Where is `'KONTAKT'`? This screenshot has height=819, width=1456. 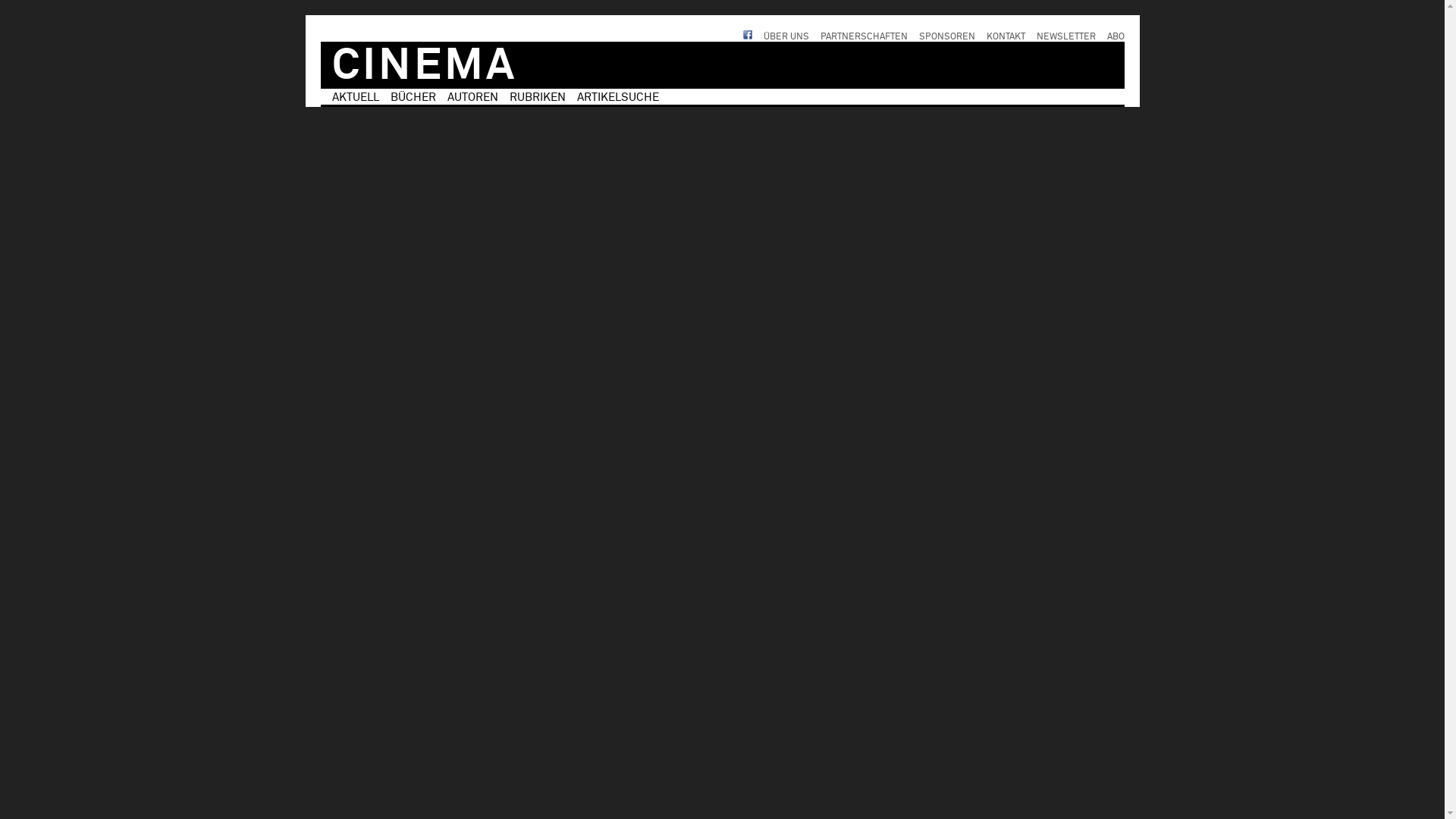
'KONTAKT' is located at coordinates (1005, 36).